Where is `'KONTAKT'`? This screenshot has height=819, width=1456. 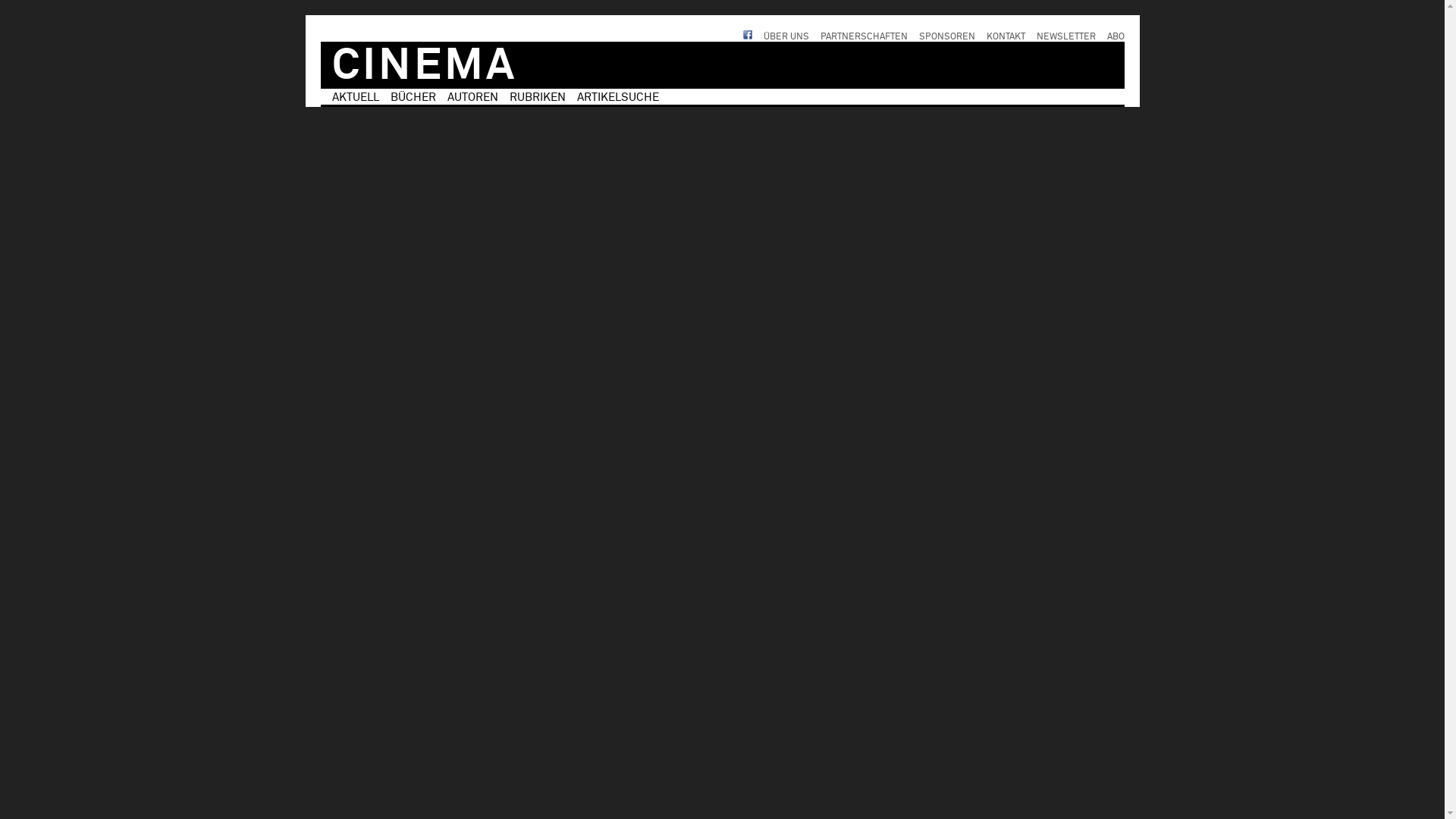
'KONTAKT' is located at coordinates (1005, 36).